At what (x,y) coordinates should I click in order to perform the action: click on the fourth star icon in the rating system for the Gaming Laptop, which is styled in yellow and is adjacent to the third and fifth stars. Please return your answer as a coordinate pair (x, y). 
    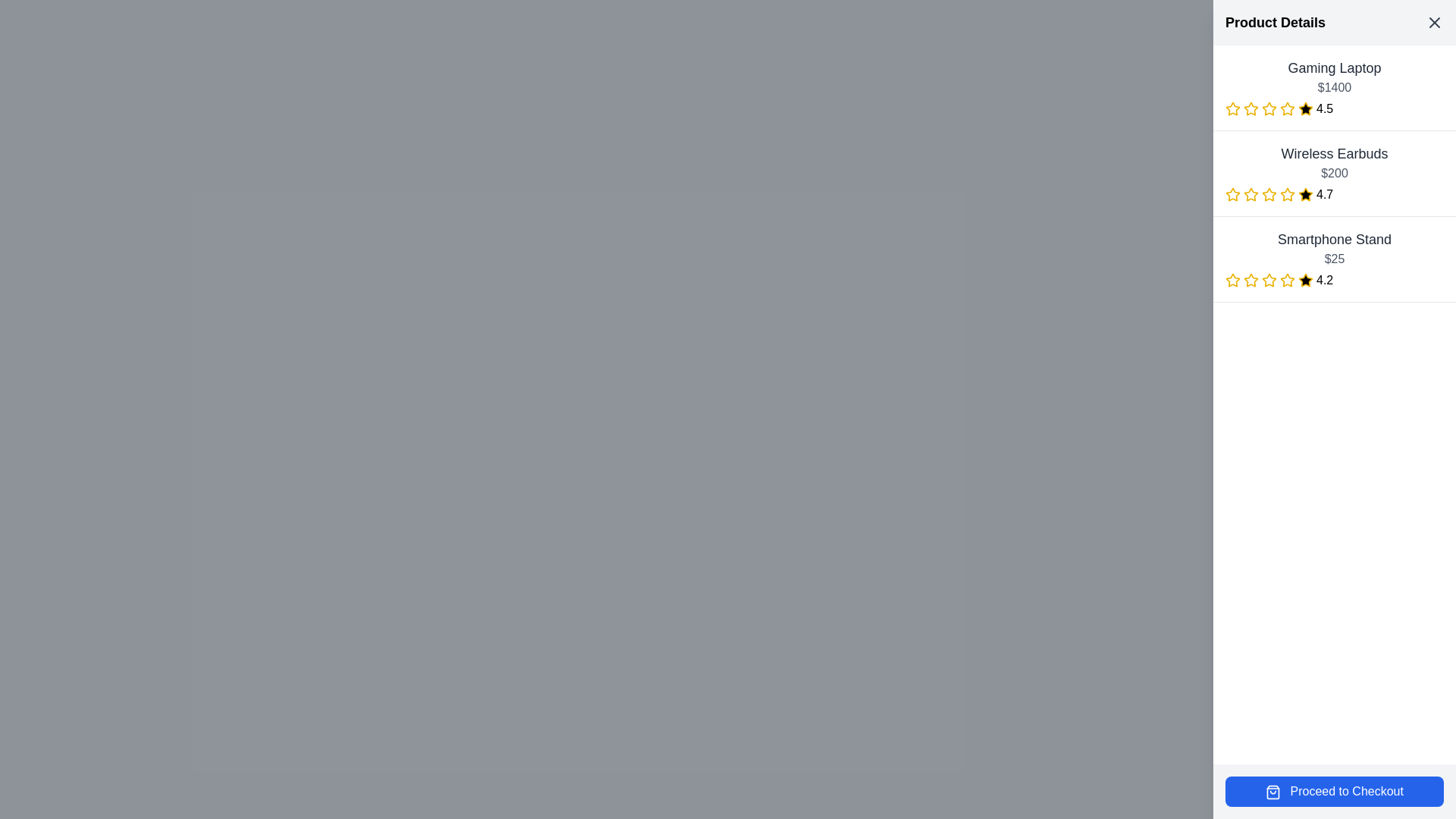
    Looking at the image, I should click on (1269, 108).